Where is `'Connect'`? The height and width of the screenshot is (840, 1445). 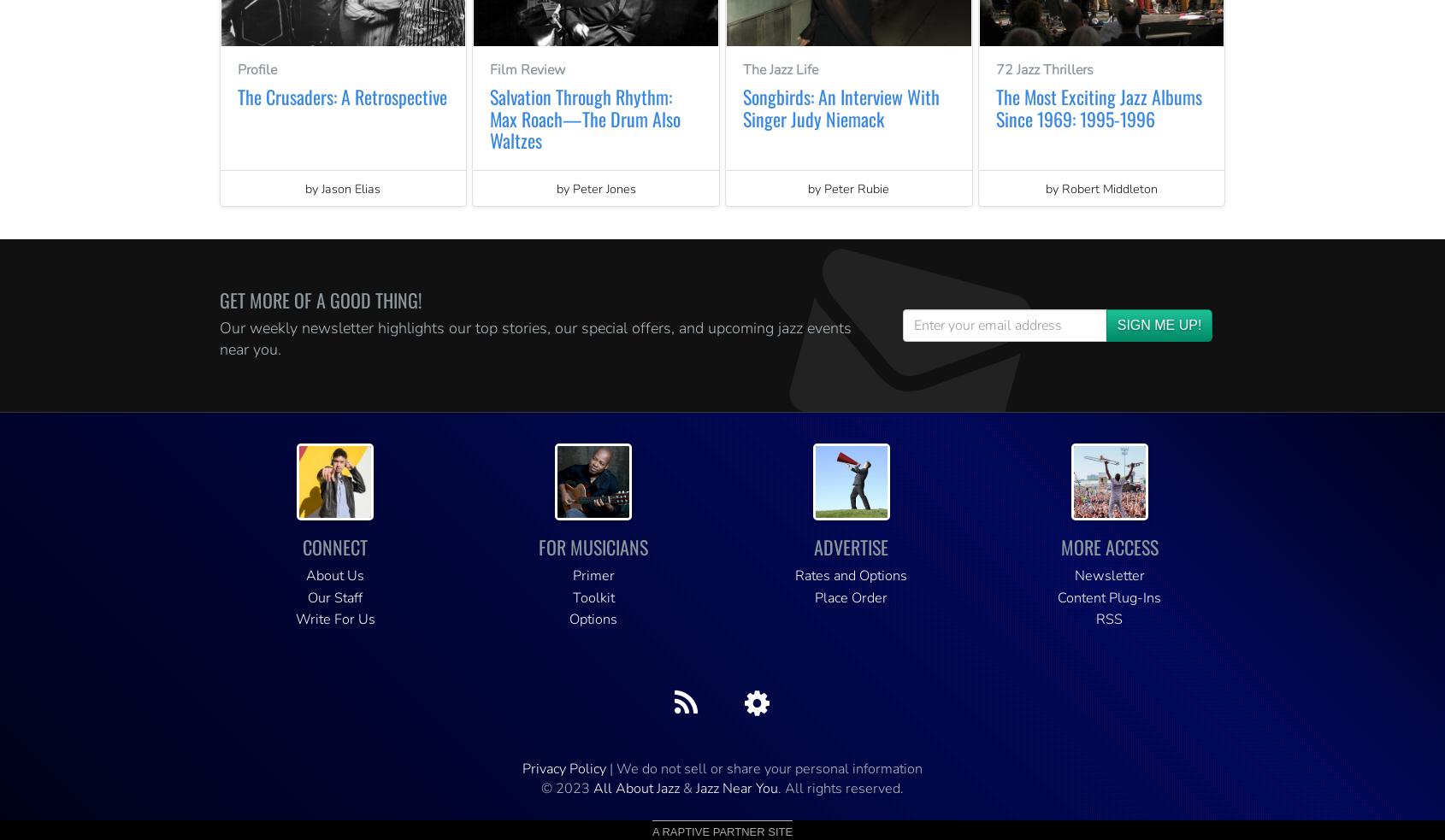
'Connect' is located at coordinates (302, 547).